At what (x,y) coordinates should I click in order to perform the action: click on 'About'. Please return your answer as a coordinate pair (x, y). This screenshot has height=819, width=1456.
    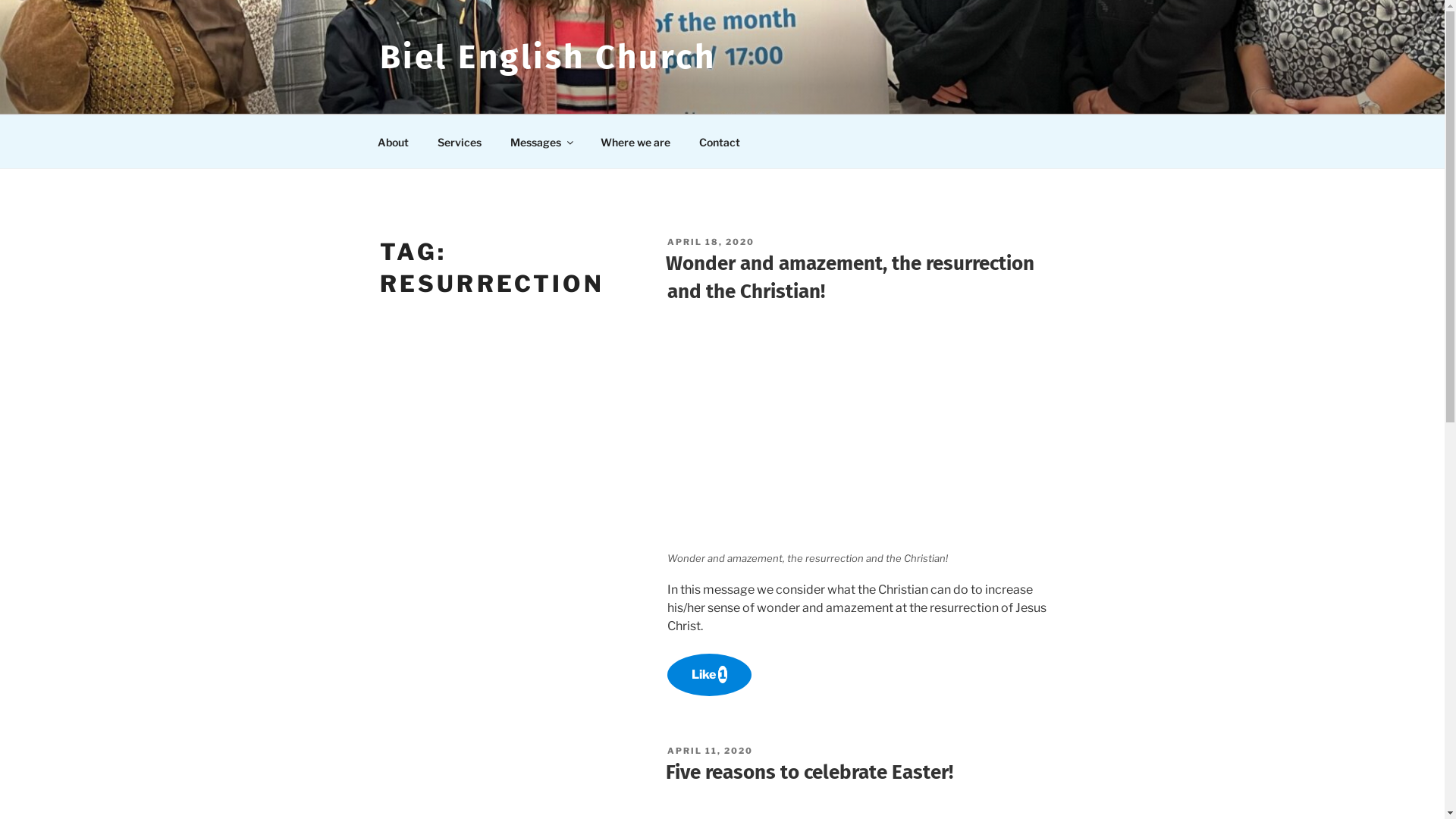
    Looking at the image, I should click on (393, 141).